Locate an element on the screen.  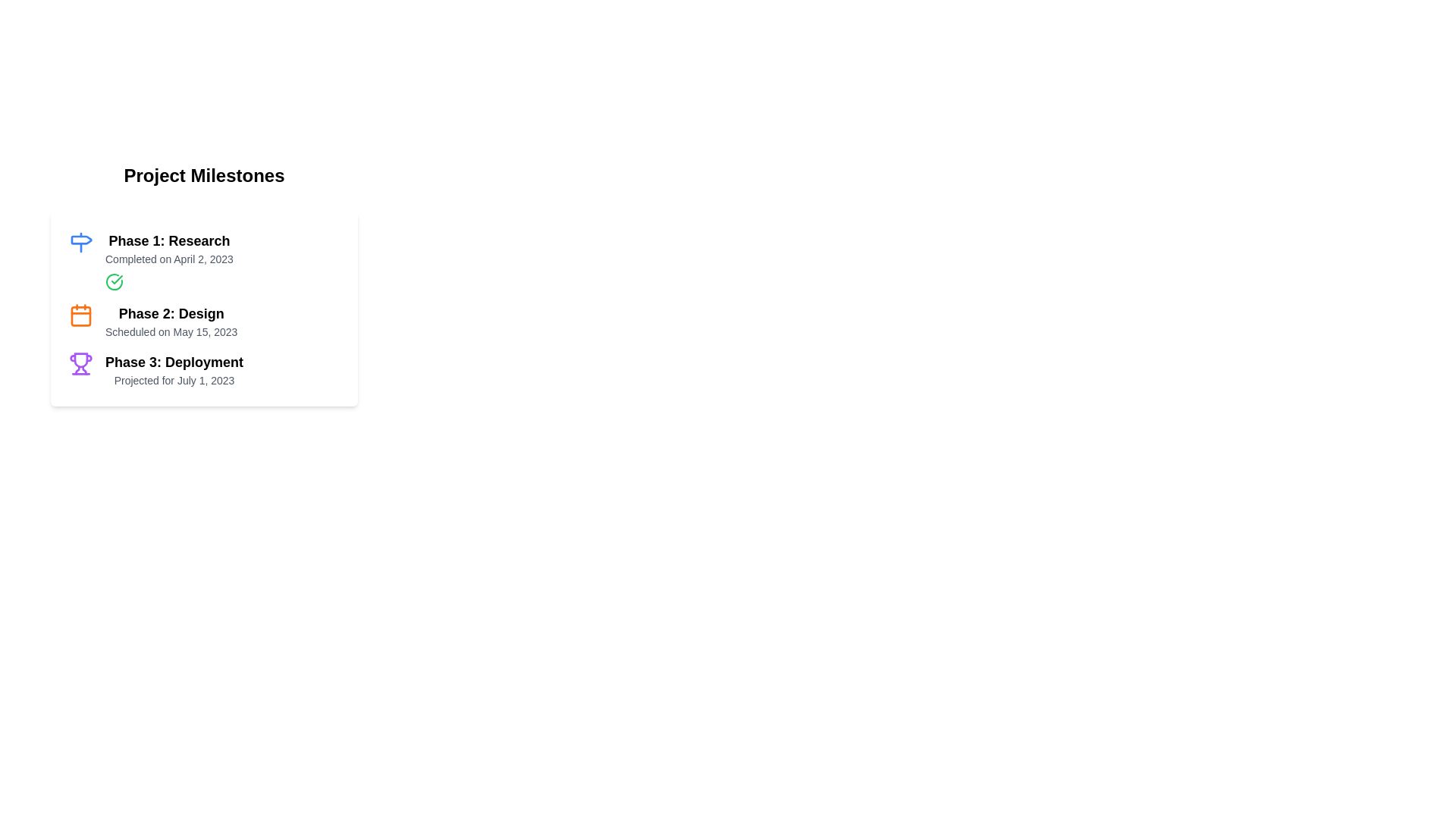
the calendar icon part, which is a rectangular shape with rounded corners and an orange border, associated with the text 'Phase 2: Design' is located at coordinates (80, 315).